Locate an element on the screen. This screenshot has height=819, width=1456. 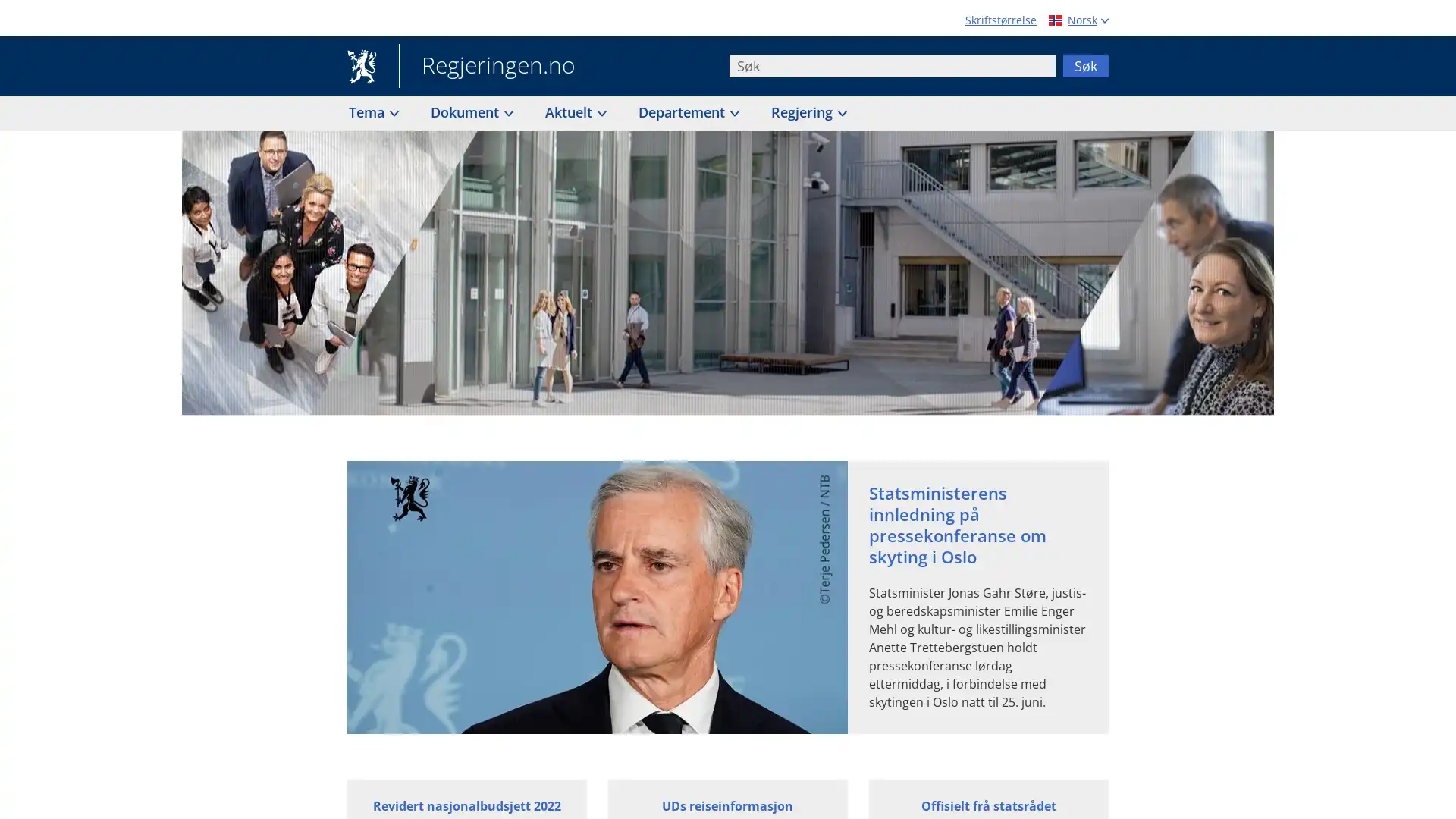
Aktuelt is located at coordinates (574, 111).